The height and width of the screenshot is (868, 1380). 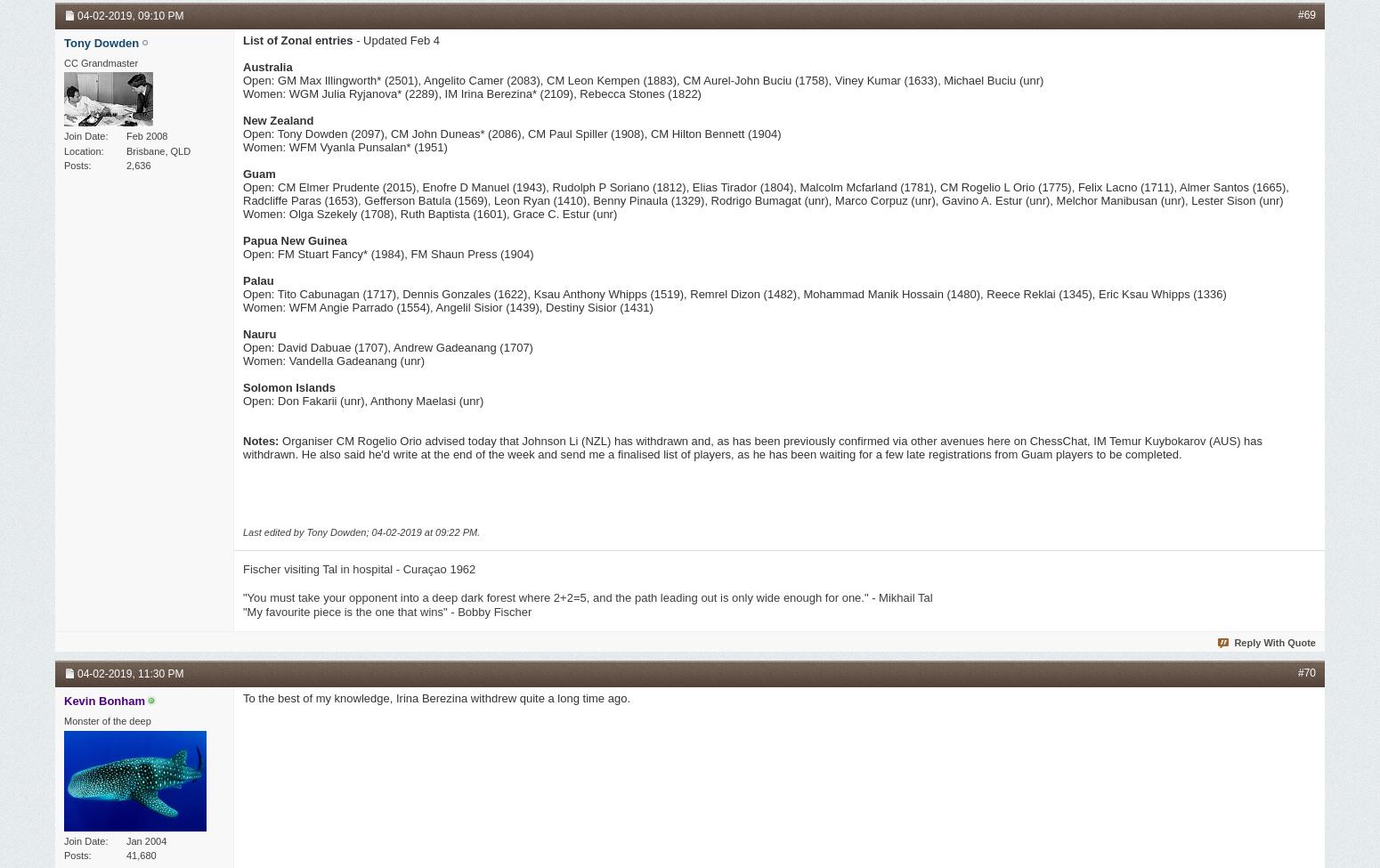 What do you see at coordinates (586, 597) in the screenshot?
I see `'"You must take your opponent into a deep dark forest where 2+2=5, and the path leading out is only wide enough for one." - Mikhail Tal'` at bounding box center [586, 597].